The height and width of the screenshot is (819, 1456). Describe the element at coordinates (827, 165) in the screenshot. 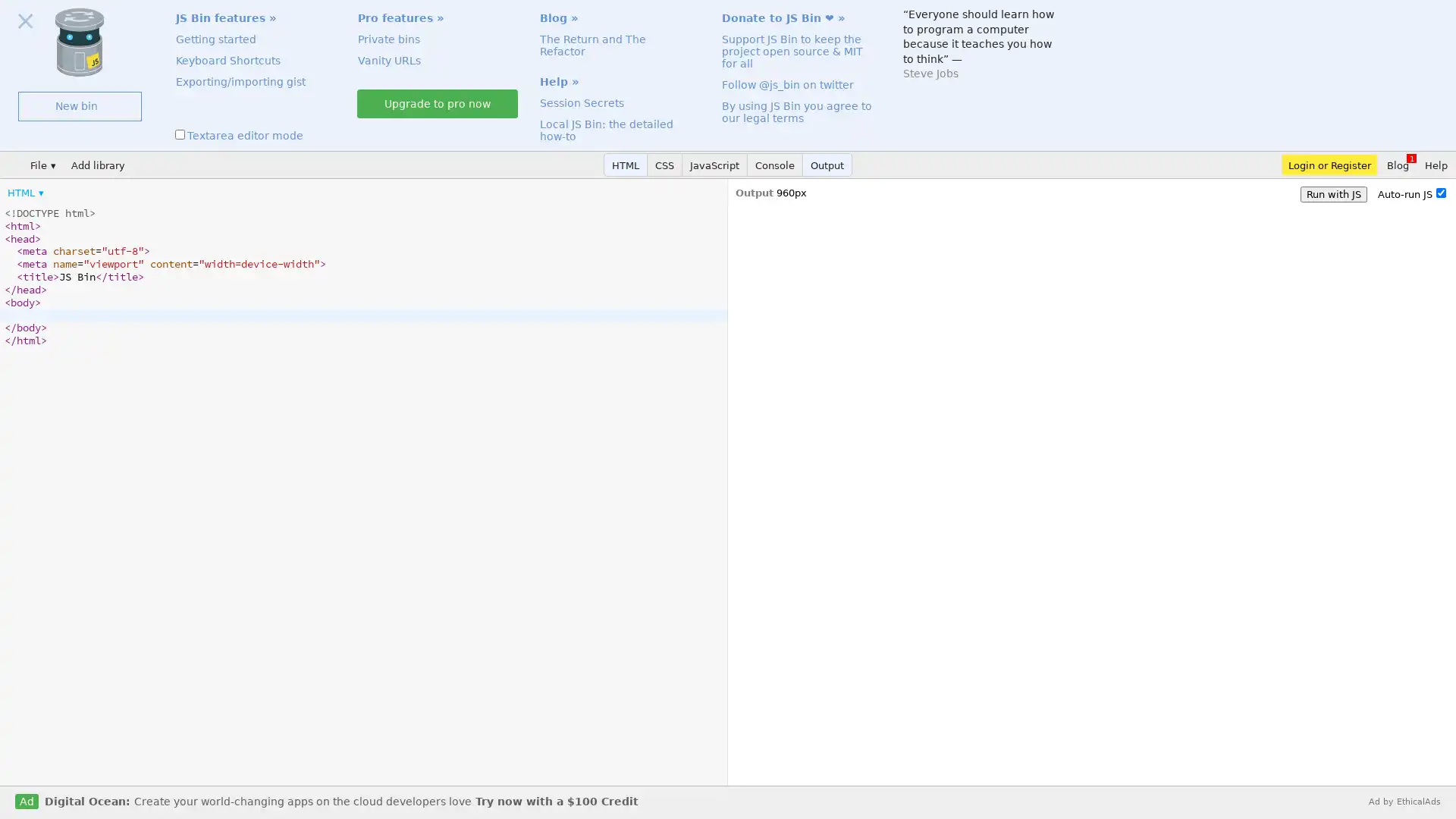

I see `Output Panel: Active` at that location.